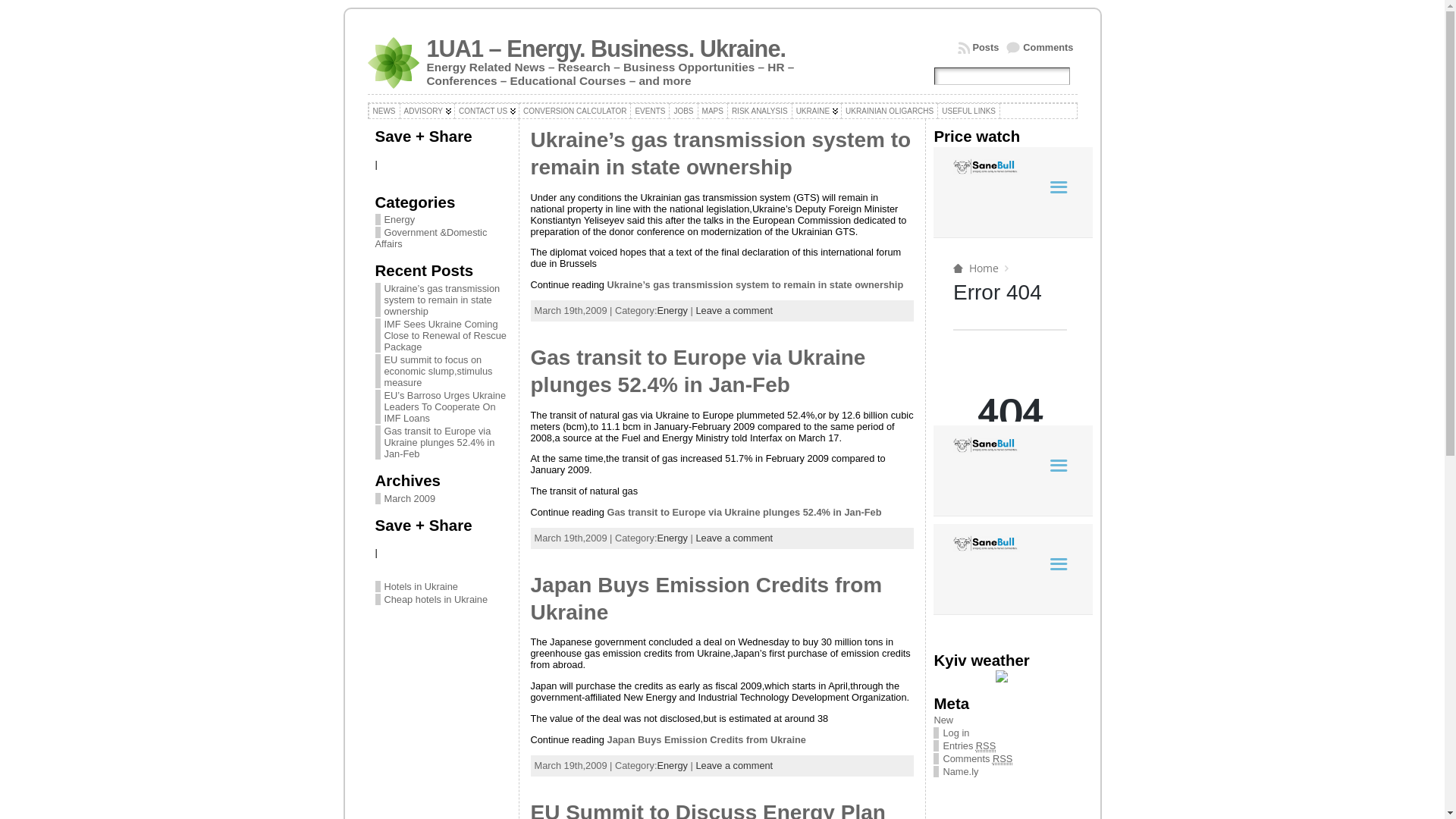  What do you see at coordinates (968, 110) in the screenshot?
I see `'USEFUL LINKS'` at bounding box center [968, 110].